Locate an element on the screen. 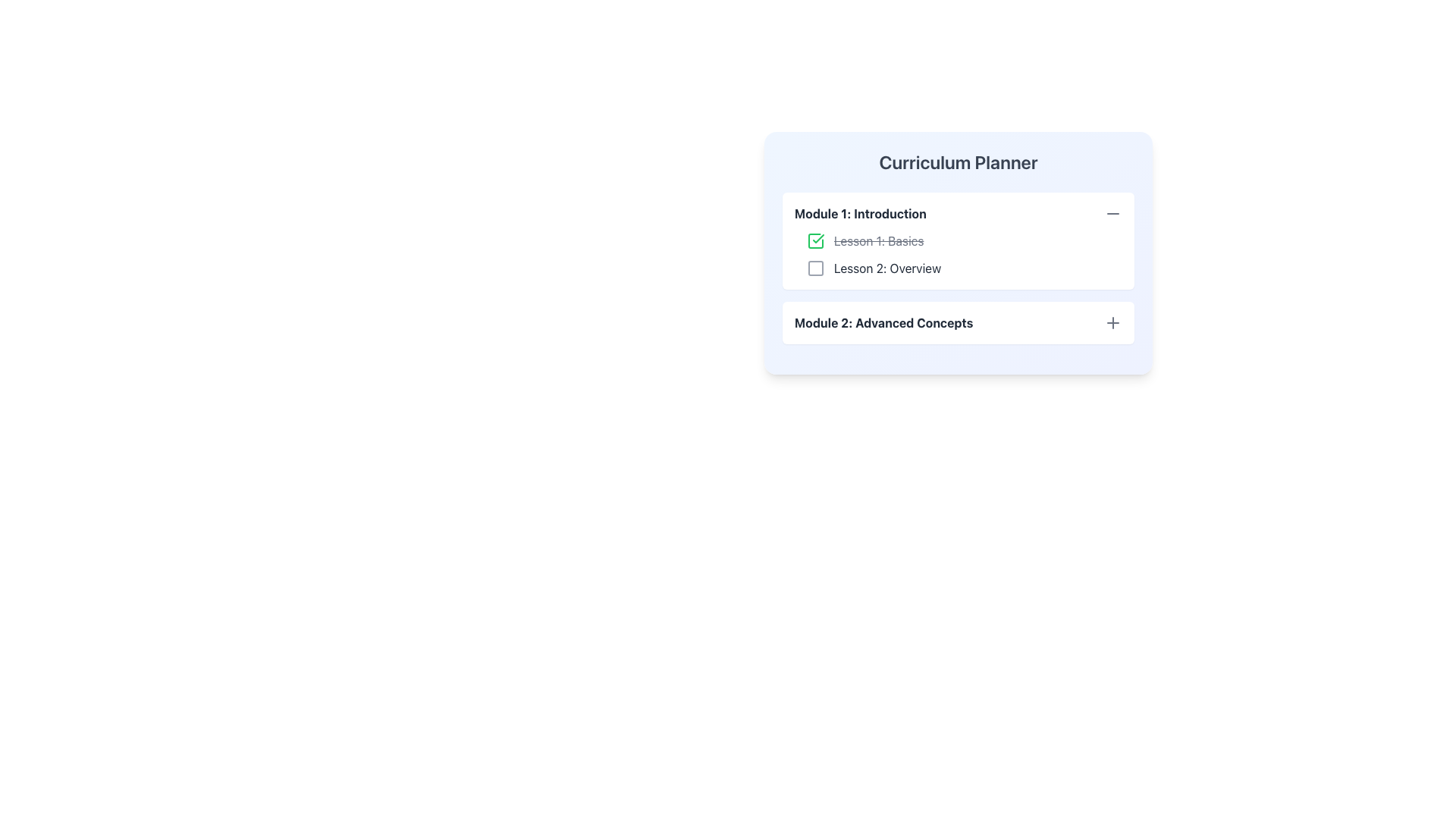  the second square icon with rounded corners, which is positioned to the left of the 'Lesson 2: Overview' text under 'Module 1: Introduction' is located at coordinates (814, 268).